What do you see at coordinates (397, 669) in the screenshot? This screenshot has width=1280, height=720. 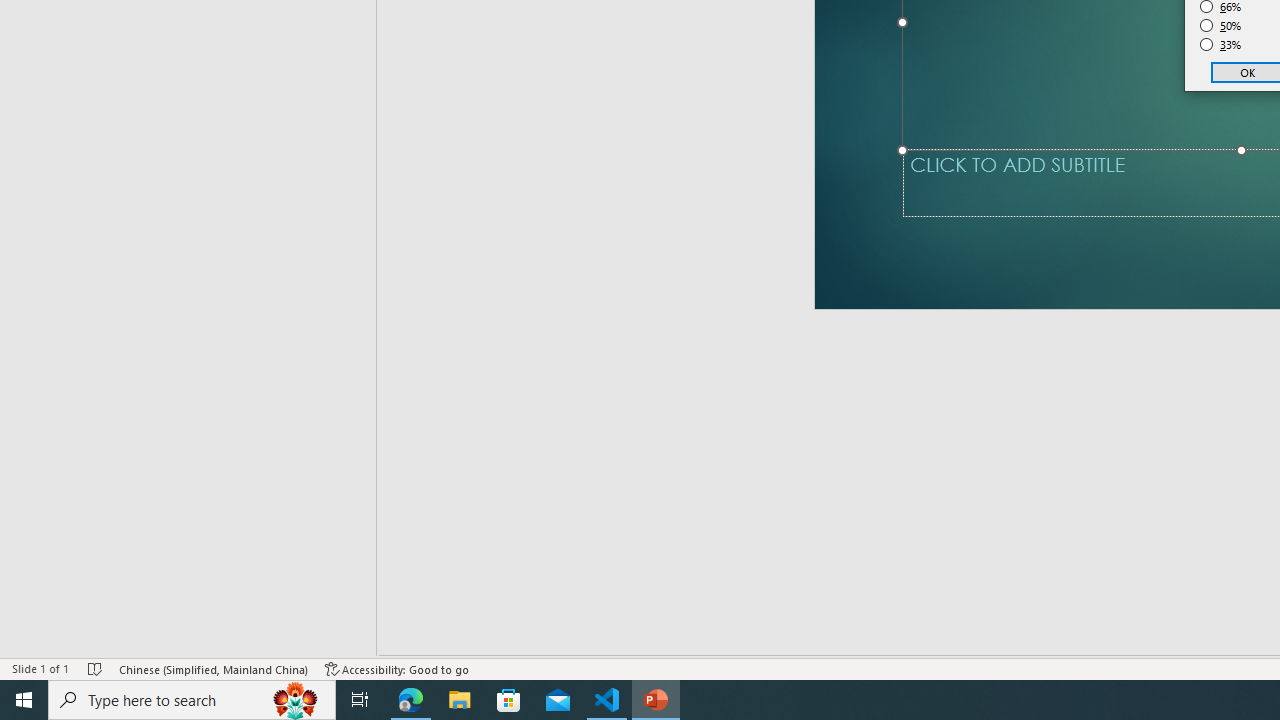 I see `'Accessibility Checker Accessibility: Good to go'` at bounding box center [397, 669].